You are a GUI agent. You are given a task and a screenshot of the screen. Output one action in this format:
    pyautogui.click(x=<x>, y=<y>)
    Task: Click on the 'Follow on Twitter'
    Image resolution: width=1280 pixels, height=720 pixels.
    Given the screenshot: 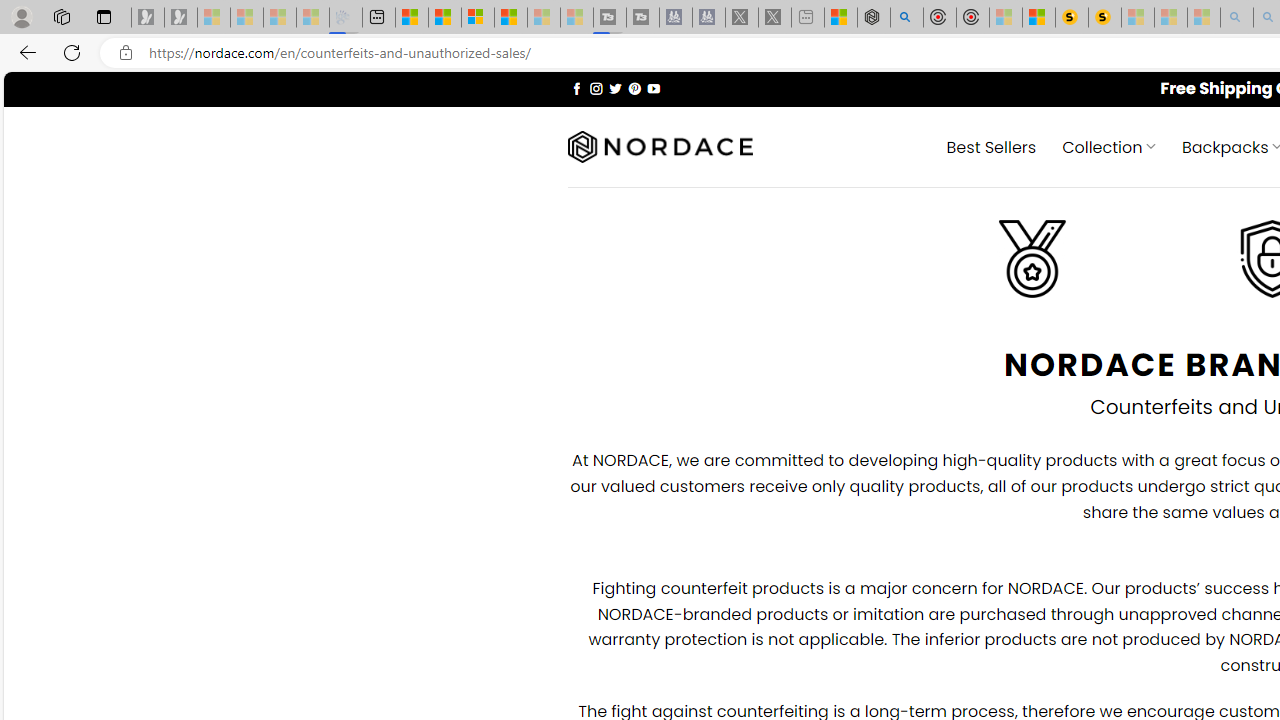 What is the action you would take?
    pyautogui.click(x=614, y=87)
    